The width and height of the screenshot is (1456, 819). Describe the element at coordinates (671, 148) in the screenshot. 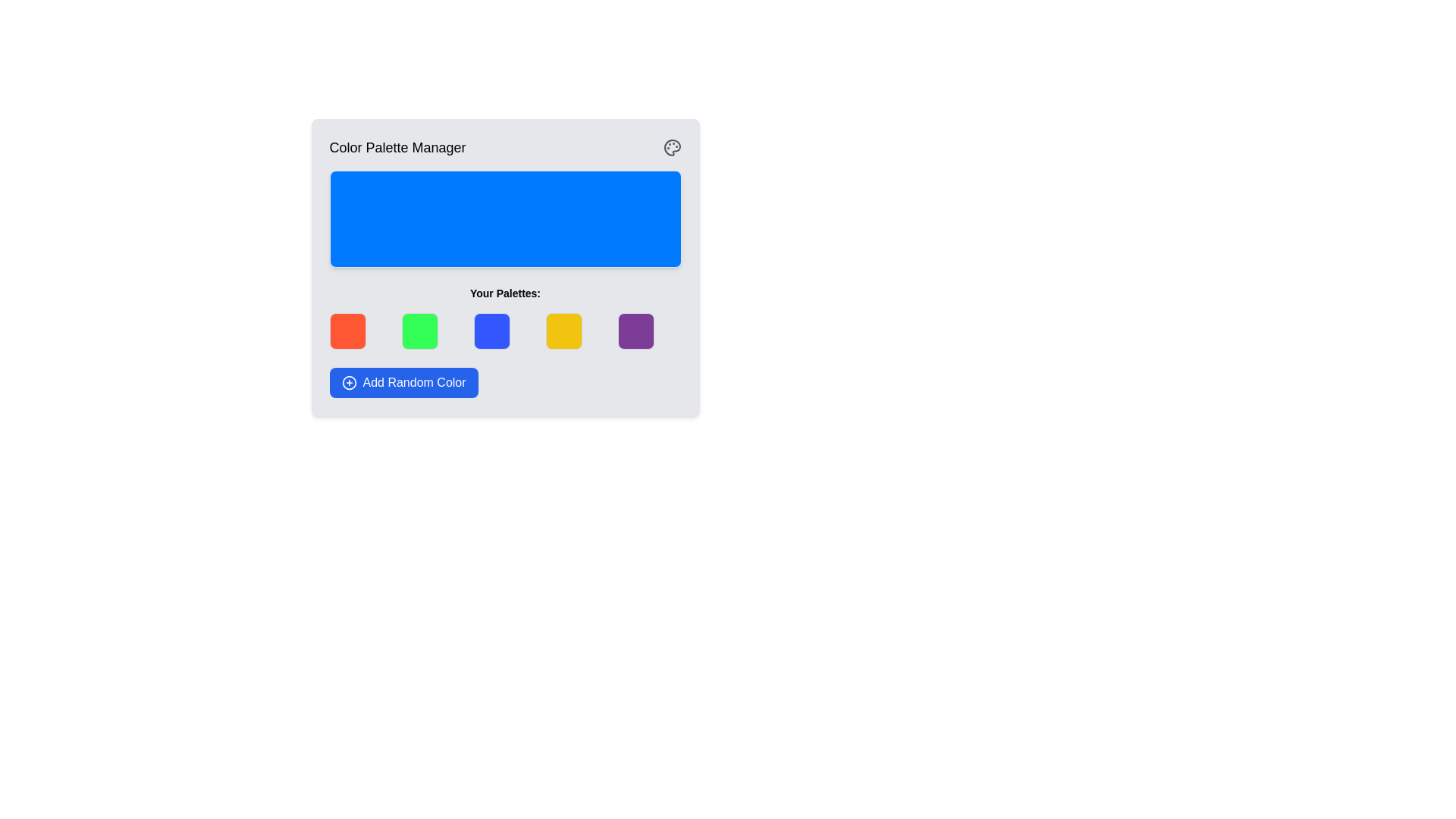

I see `the compact painter's palette icon with a 'text-gray-600' color located in the top-right corner of the 'Color Palette Manager' section` at that location.